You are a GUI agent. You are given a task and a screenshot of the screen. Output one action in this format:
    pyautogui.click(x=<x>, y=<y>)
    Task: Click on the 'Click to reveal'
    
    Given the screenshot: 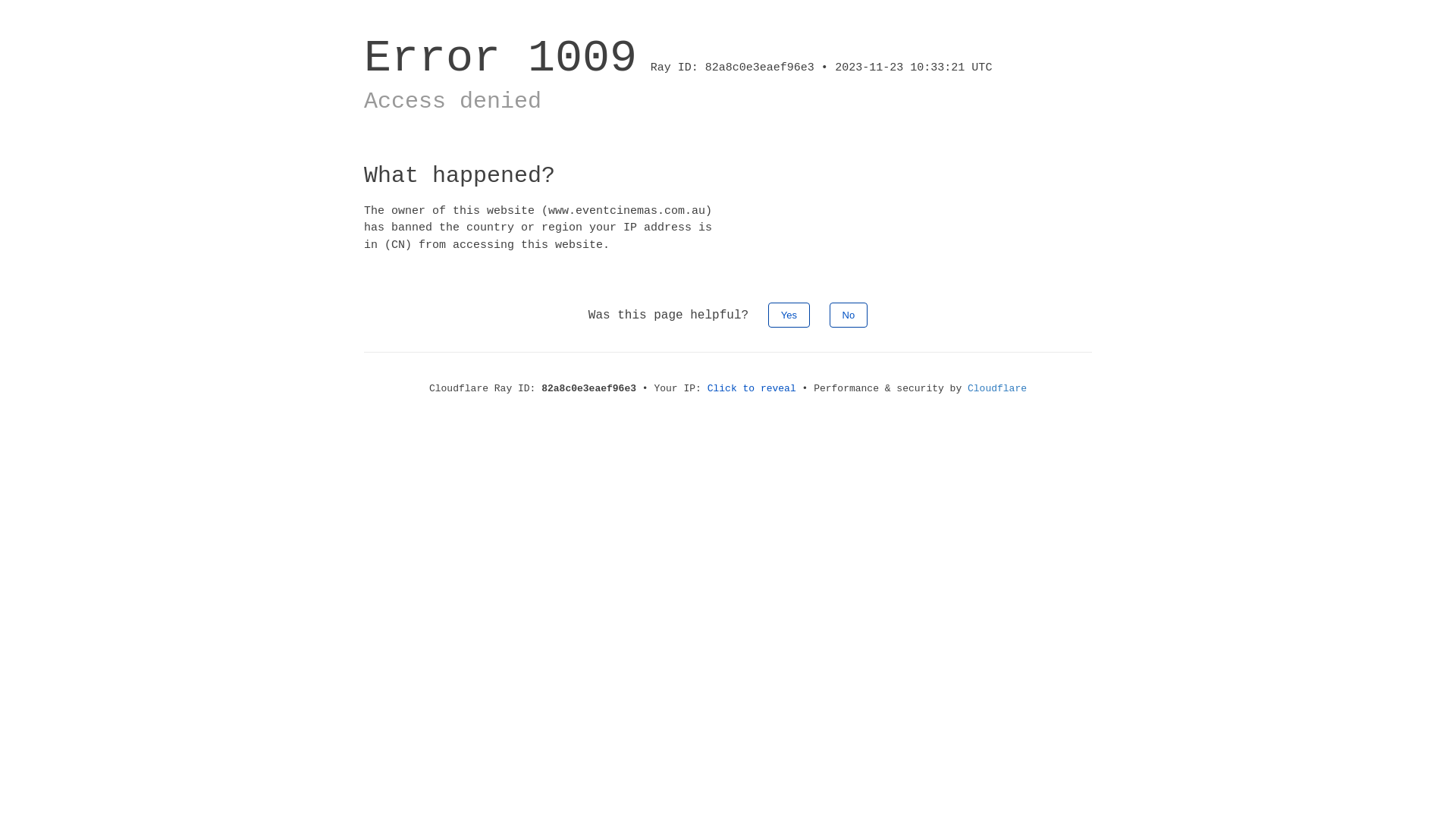 What is the action you would take?
    pyautogui.click(x=706, y=388)
    